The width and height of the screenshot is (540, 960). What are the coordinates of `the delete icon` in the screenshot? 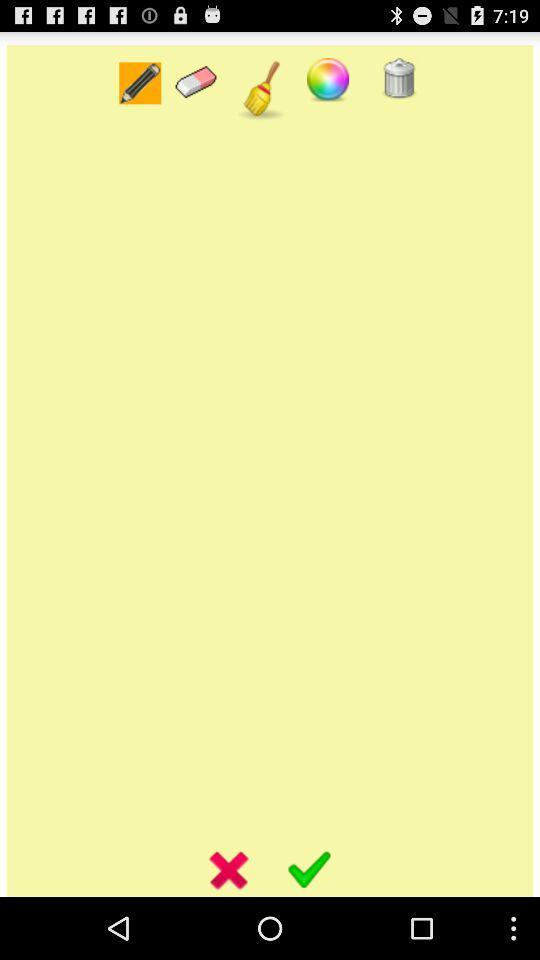 It's located at (399, 84).